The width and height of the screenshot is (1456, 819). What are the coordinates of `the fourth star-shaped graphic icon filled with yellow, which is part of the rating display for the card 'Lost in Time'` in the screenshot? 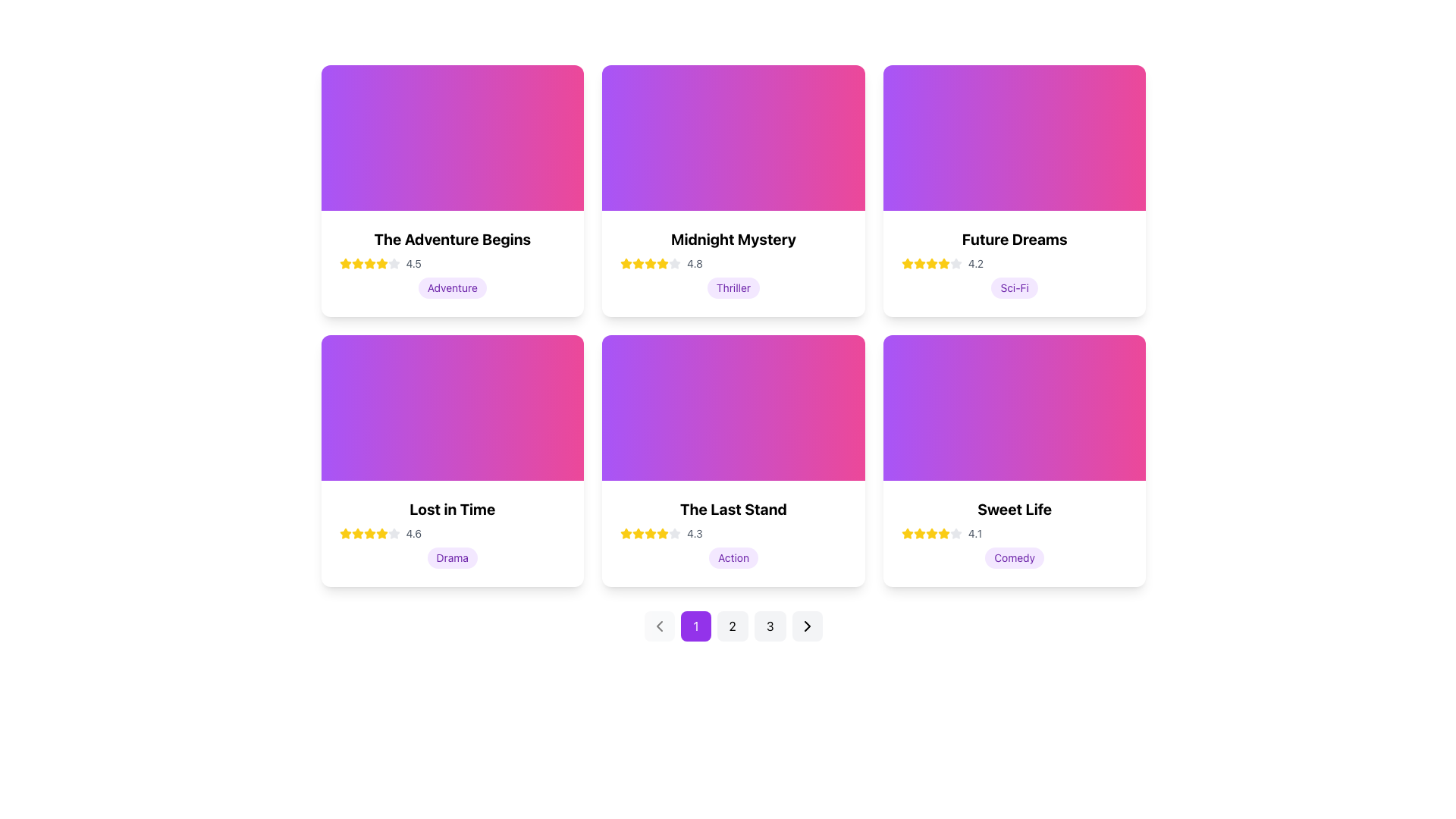 It's located at (344, 532).